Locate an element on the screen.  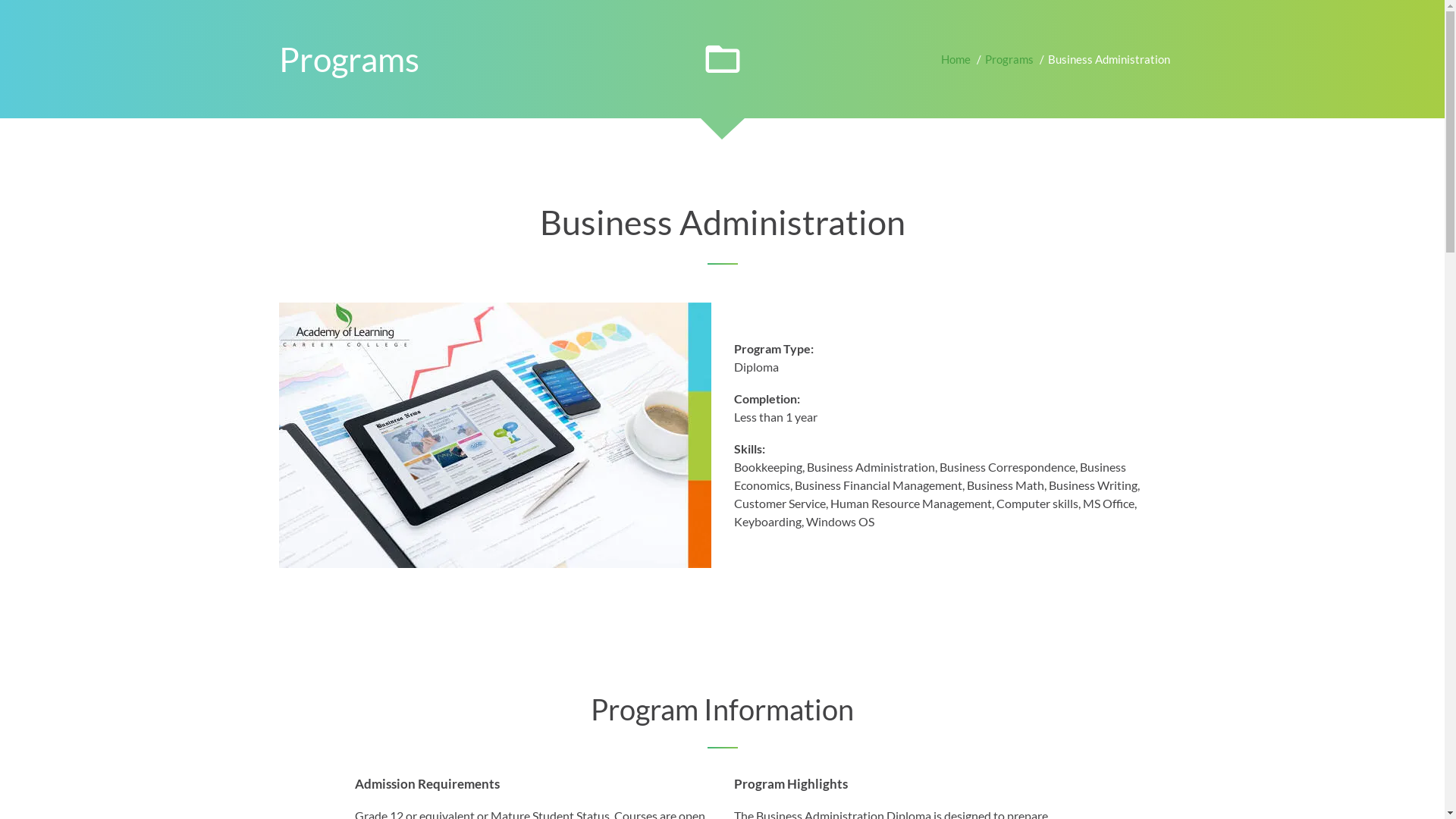
'Home' is located at coordinates (954, 58).